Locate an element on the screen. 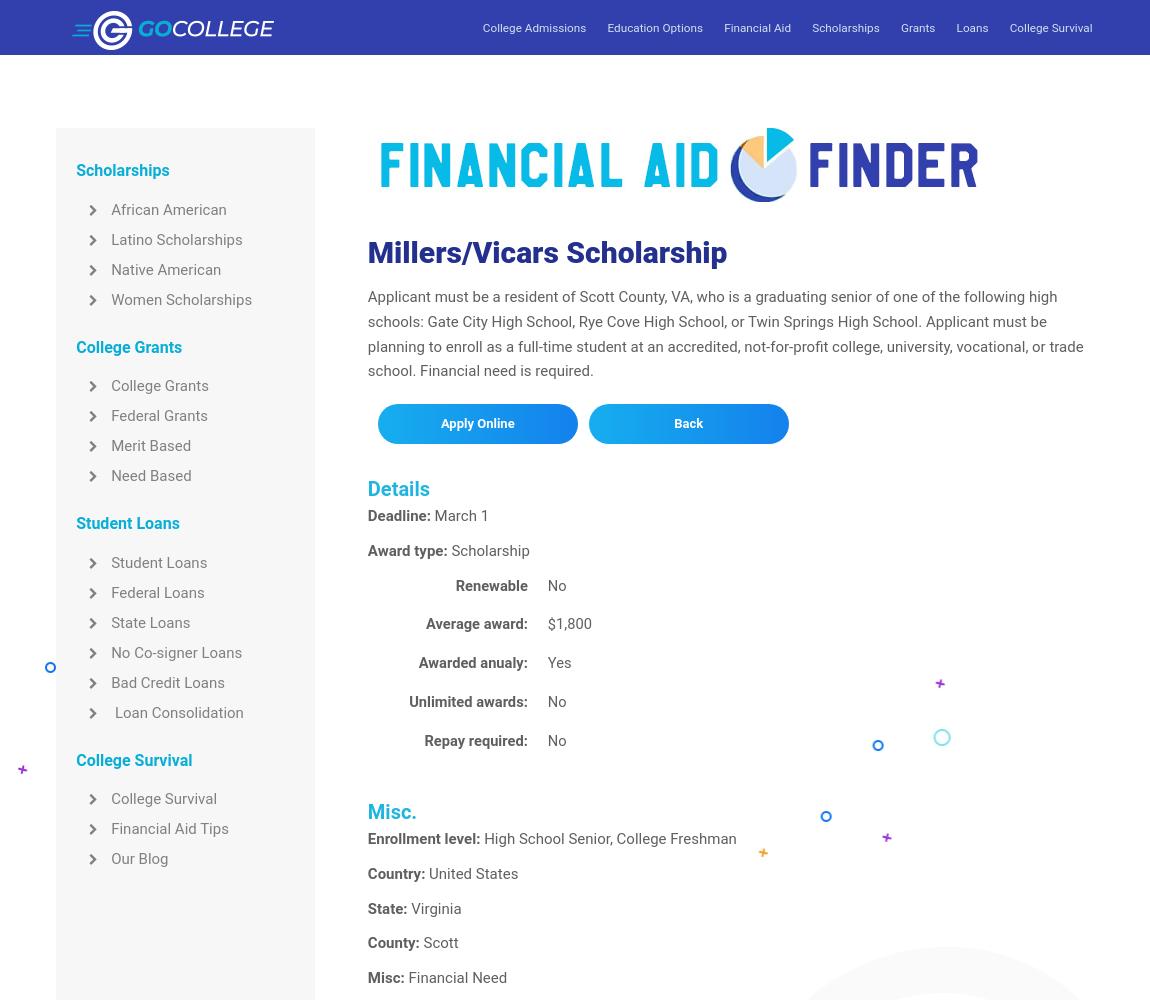 This screenshot has width=1150, height=1000. 'Native American' is located at coordinates (164, 269).